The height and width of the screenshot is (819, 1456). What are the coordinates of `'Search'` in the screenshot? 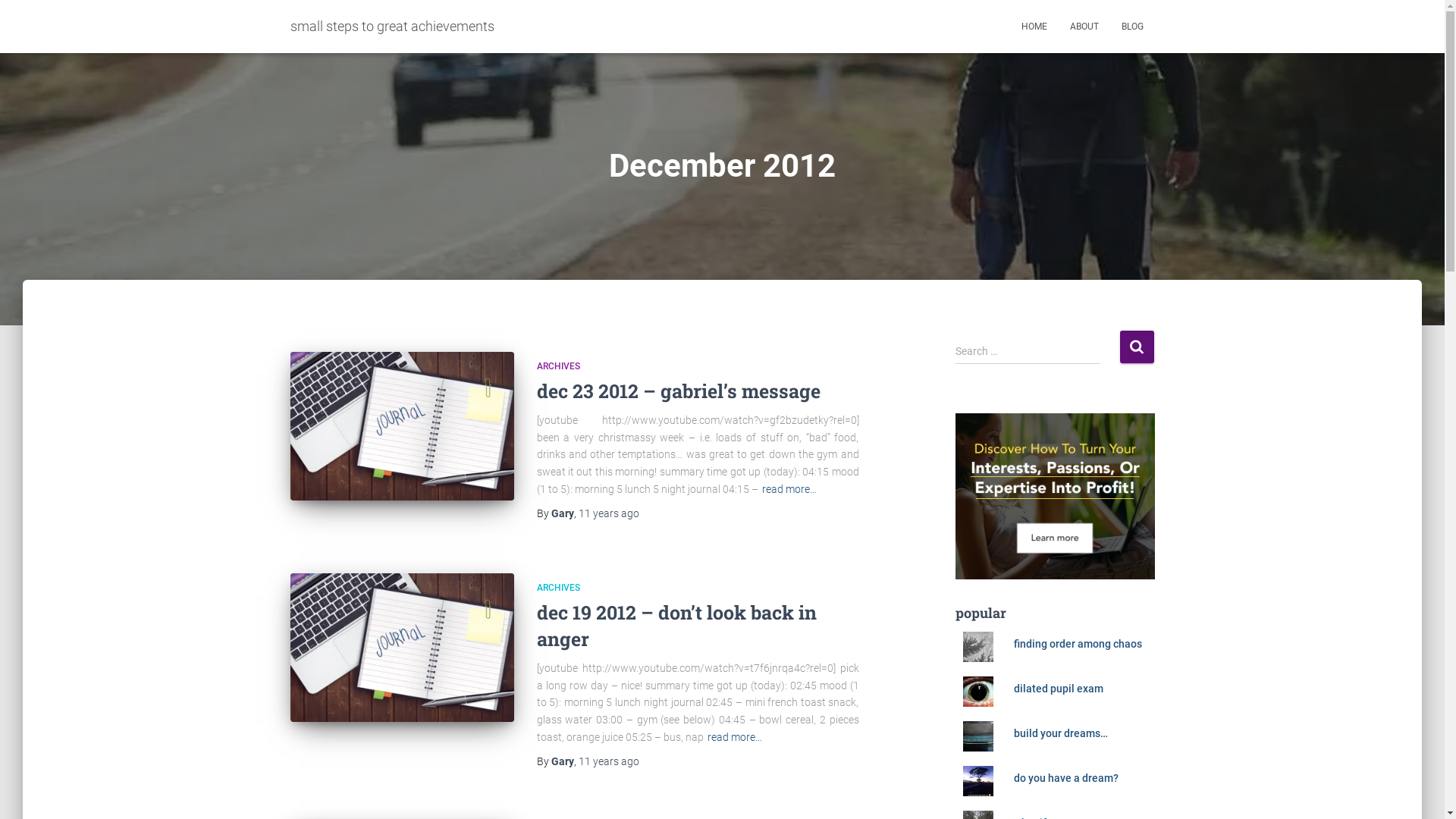 It's located at (1136, 347).